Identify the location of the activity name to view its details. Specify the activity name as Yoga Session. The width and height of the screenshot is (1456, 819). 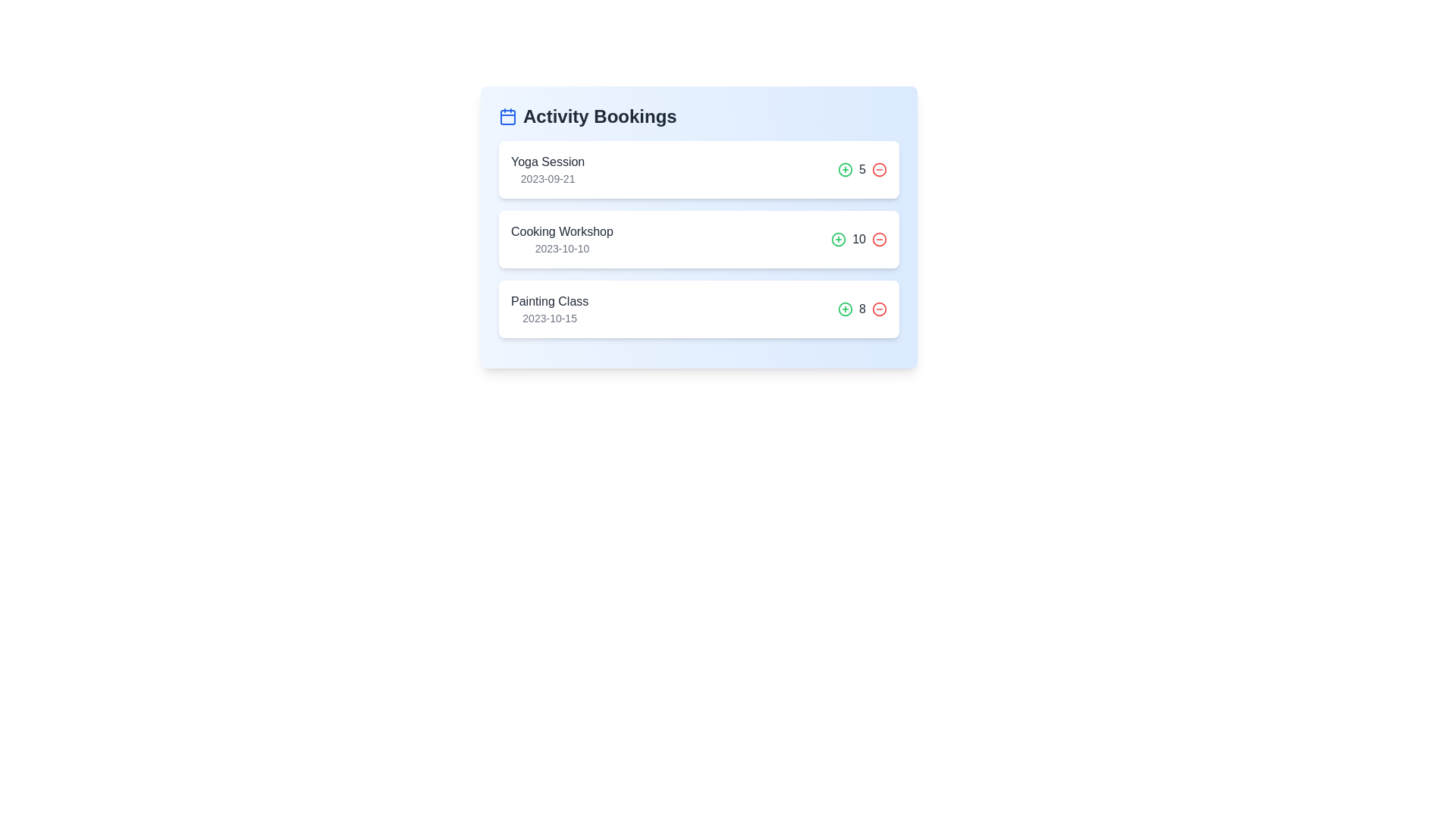
(546, 162).